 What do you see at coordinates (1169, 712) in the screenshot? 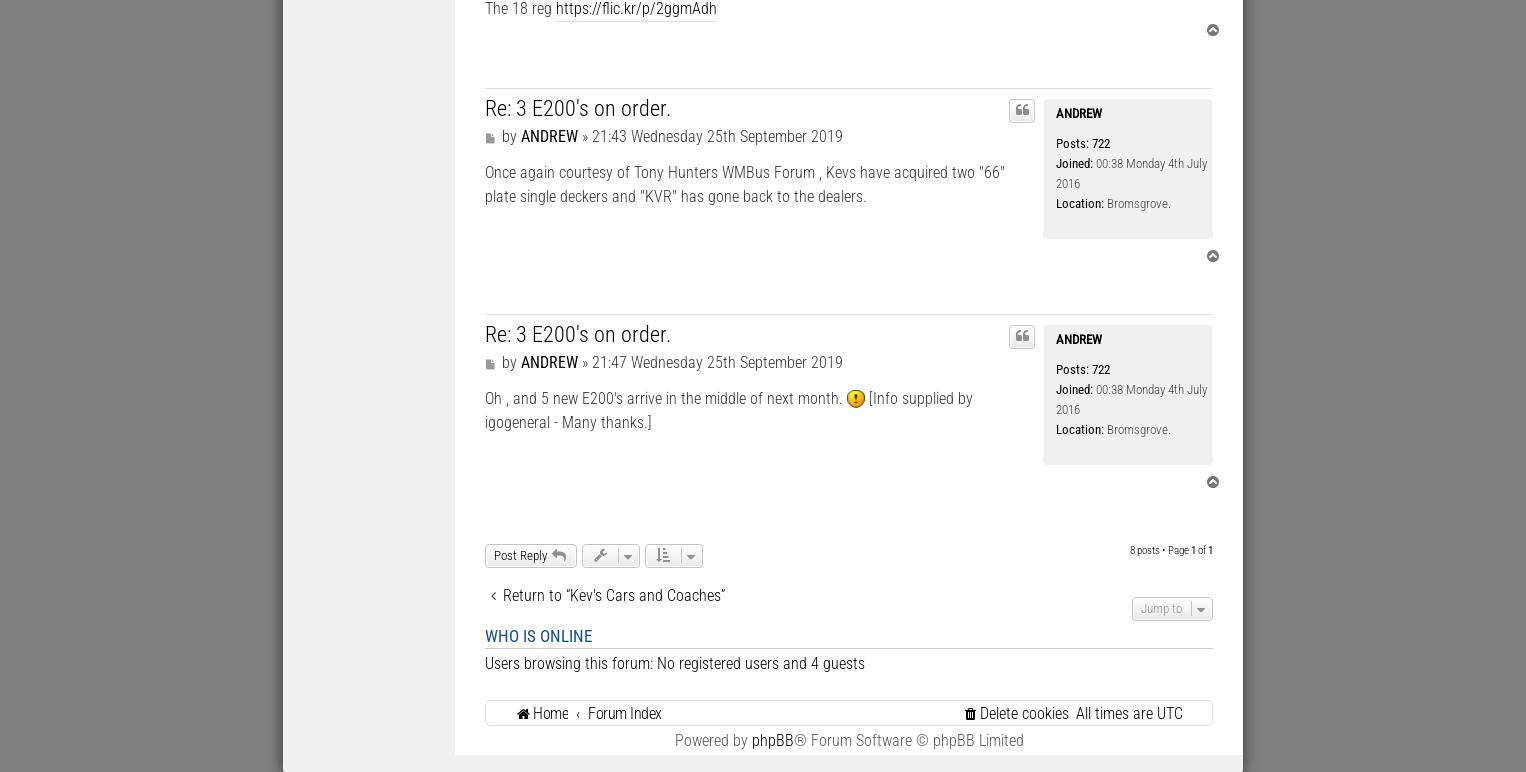
I see `'UTC'` at bounding box center [1169, 712].